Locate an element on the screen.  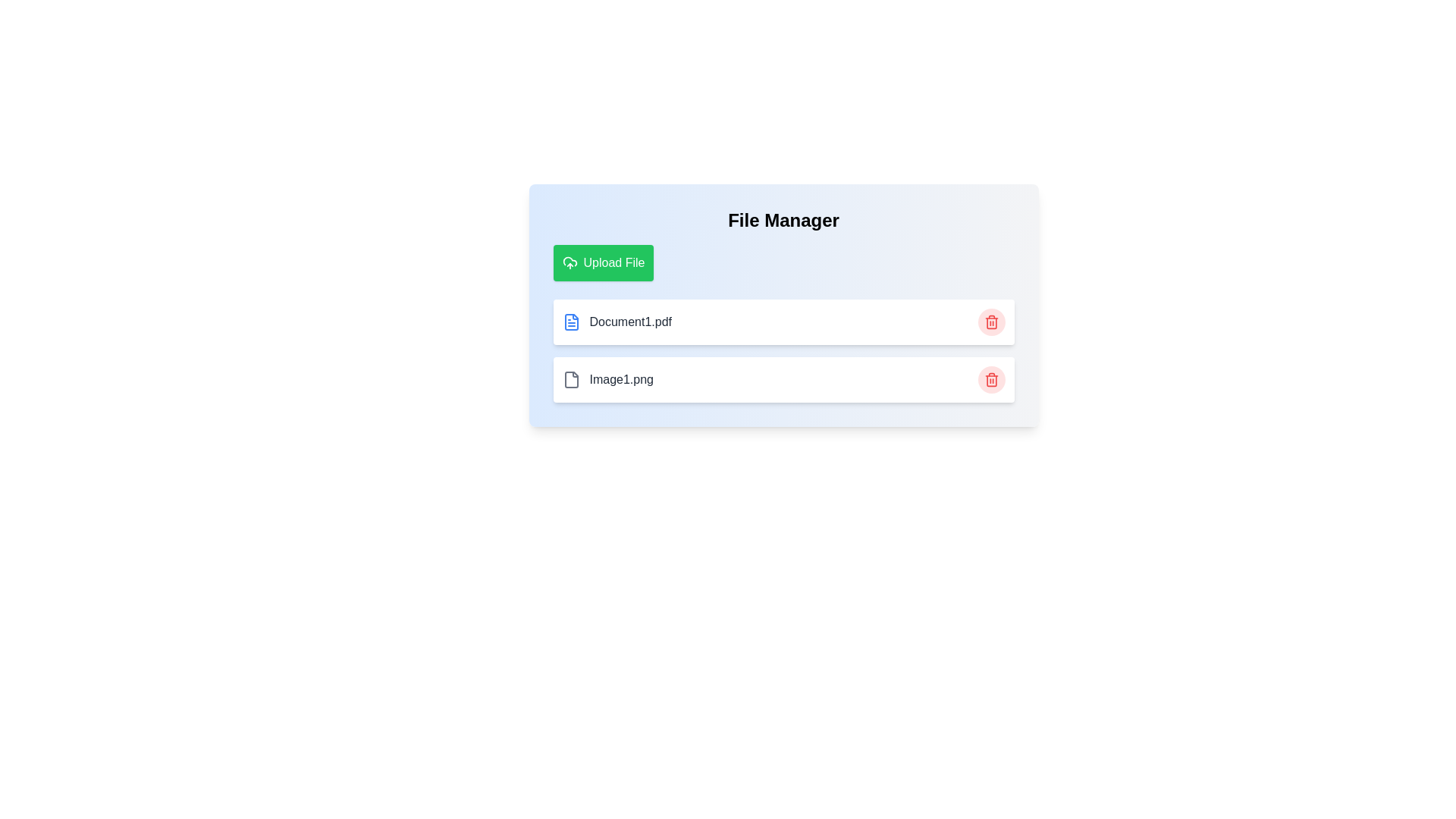
the minimalist file icon representing 'Image1.png' is located at coordinates (570, 379).